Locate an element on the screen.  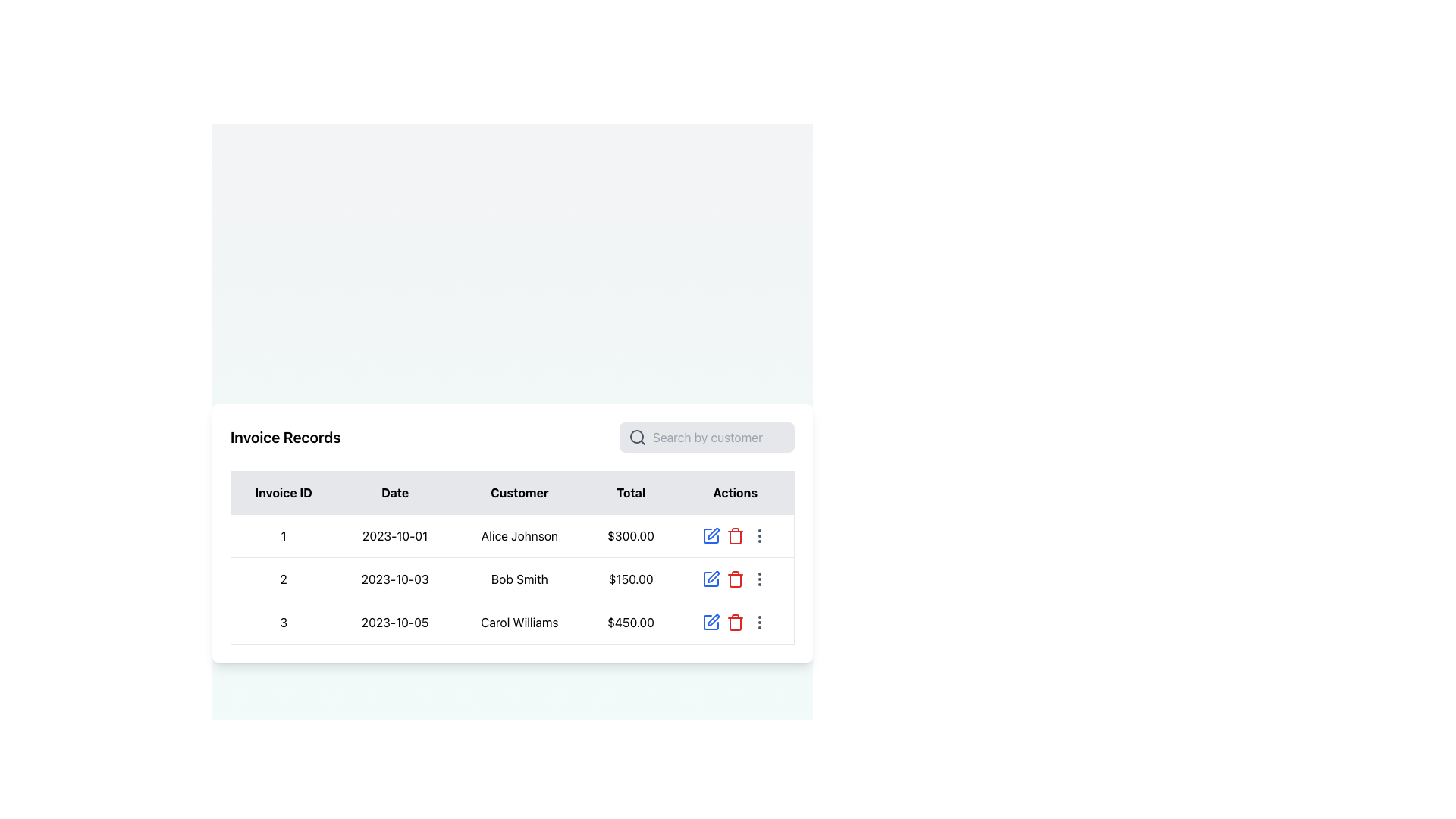
information contained in the third row of the 'Invoice Records' table, which includes the invoice ID, date, customer name, and total amount is located at coordinates (513, 622).